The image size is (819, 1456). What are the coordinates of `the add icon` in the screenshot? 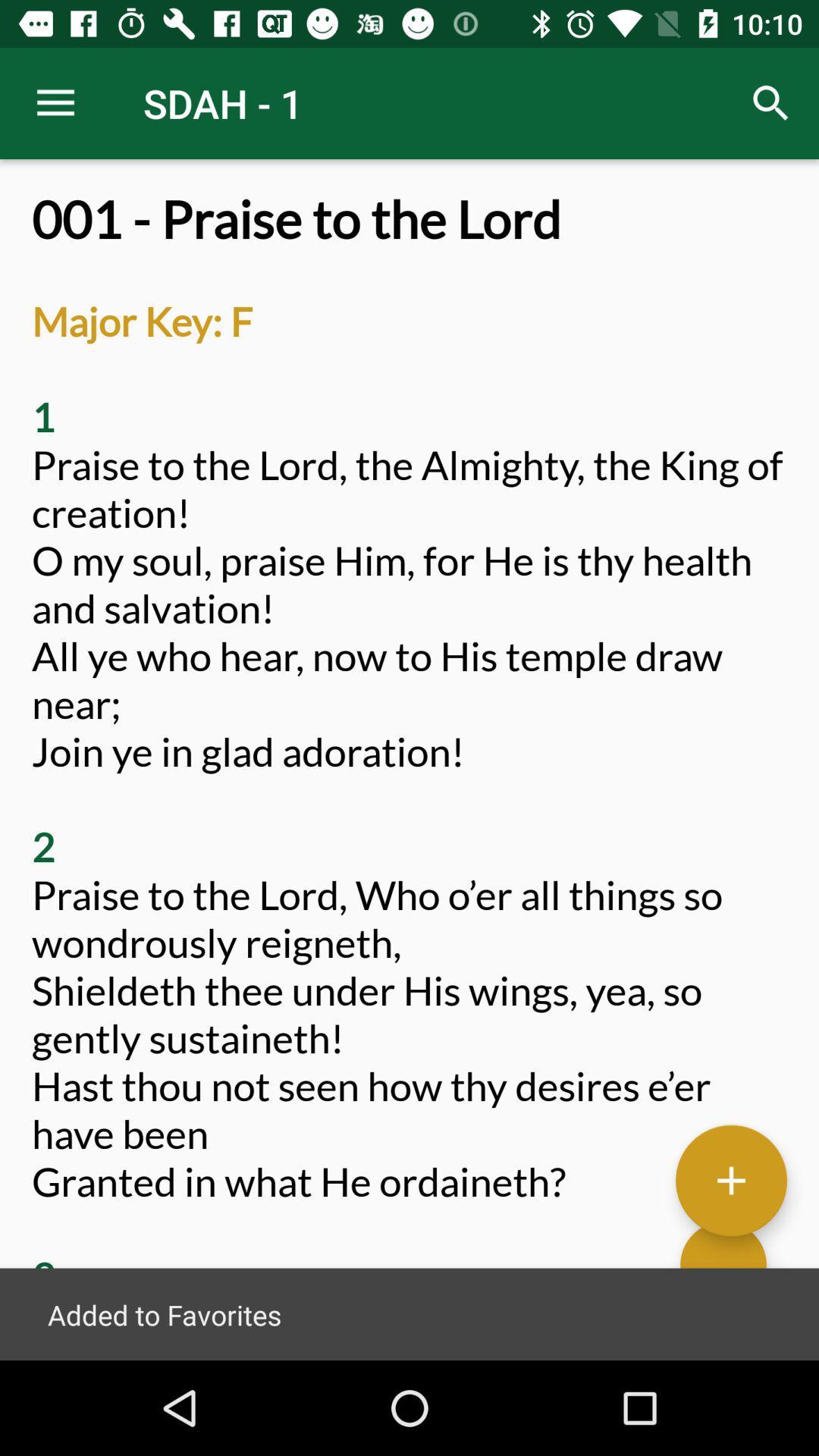 It's located at (730, 1178).